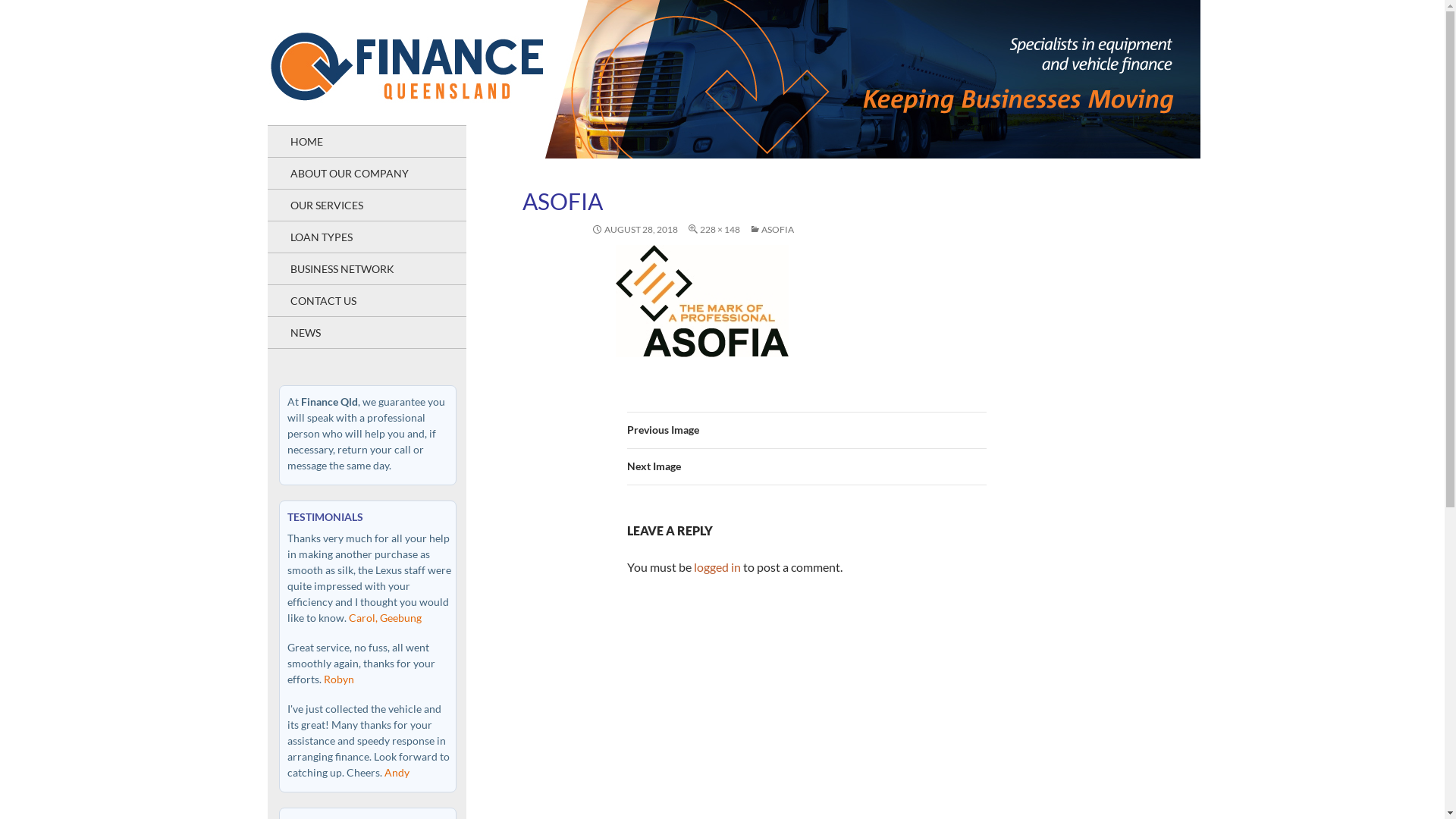 The width and height of the screenshot is (1456, 819). Describe the element at coordinates (366, 172) in the screenshot. I see `'ABOUT OUR COMPANY'` at that location.